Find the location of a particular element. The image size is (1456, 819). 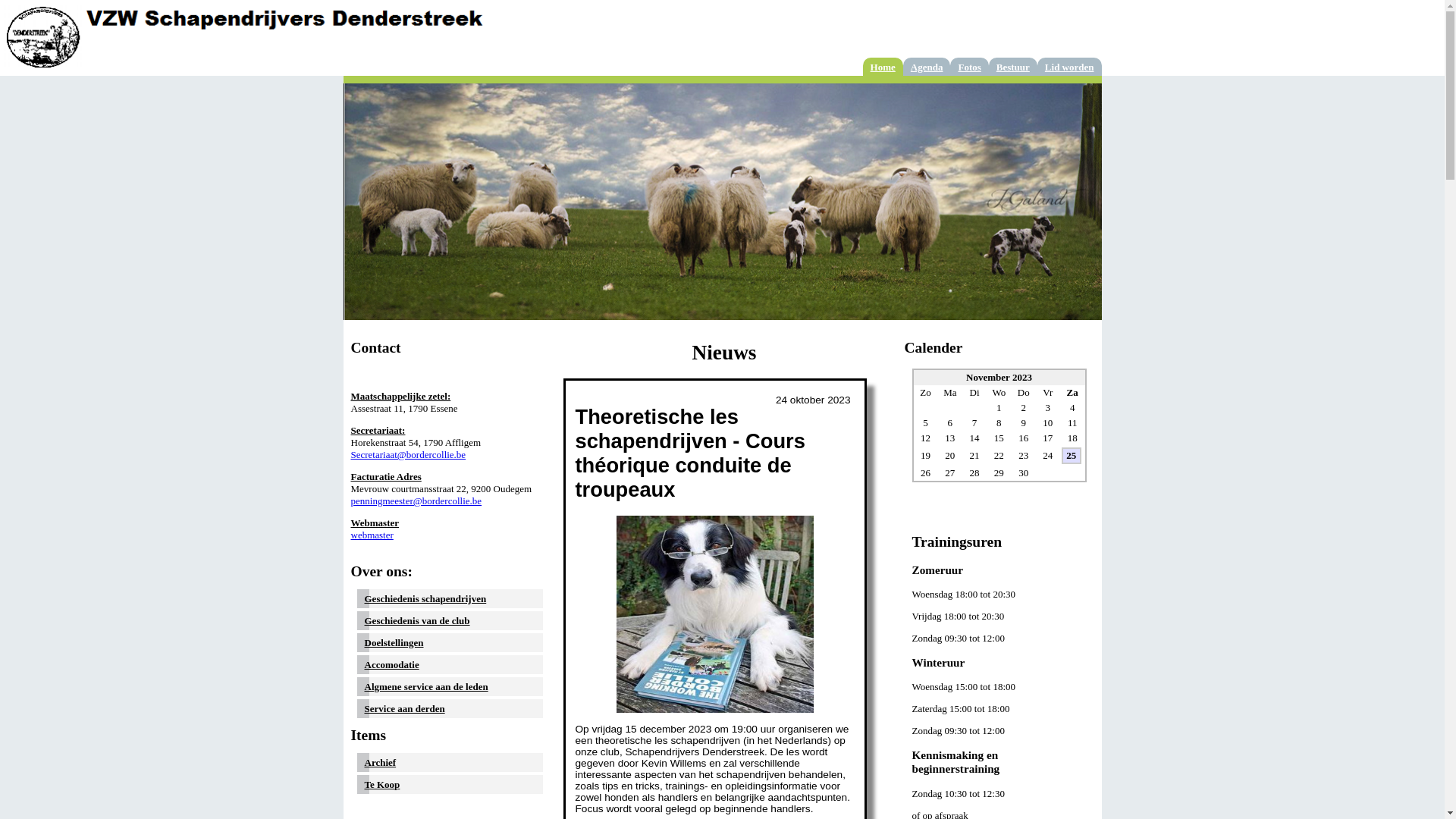

'Geschiedenis van de club' is located at coordinates (416, 620).